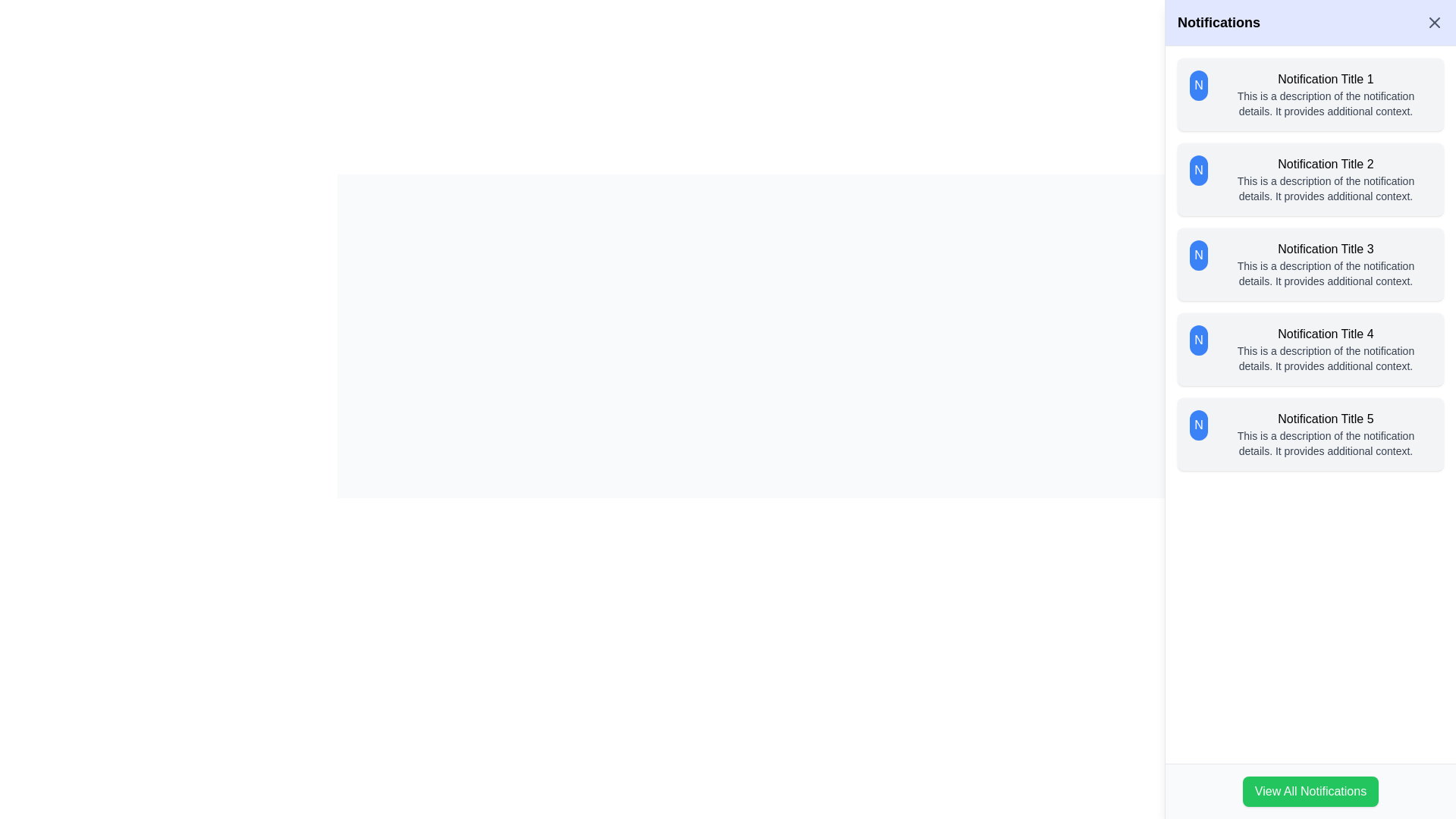 The height and width of the screenshot is (819, 1456). I want to click on the second notification in the vertically stacked list, which provides information about a notification with a title and brief description, so click(1310, 178).